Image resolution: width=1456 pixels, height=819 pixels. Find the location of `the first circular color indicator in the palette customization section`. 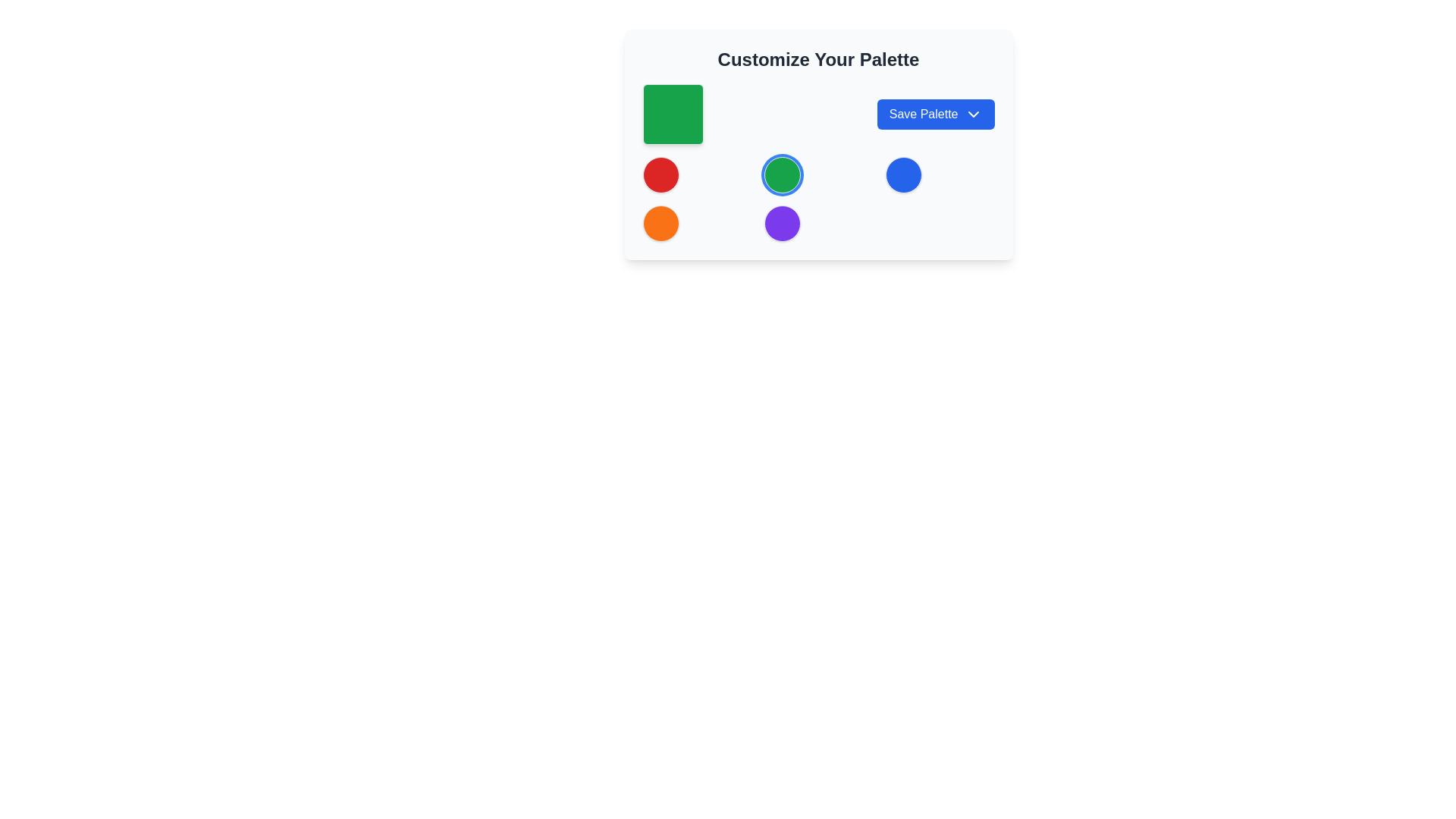

the first circular color indicator in the palette customization section is located at coordinates (661, 174).